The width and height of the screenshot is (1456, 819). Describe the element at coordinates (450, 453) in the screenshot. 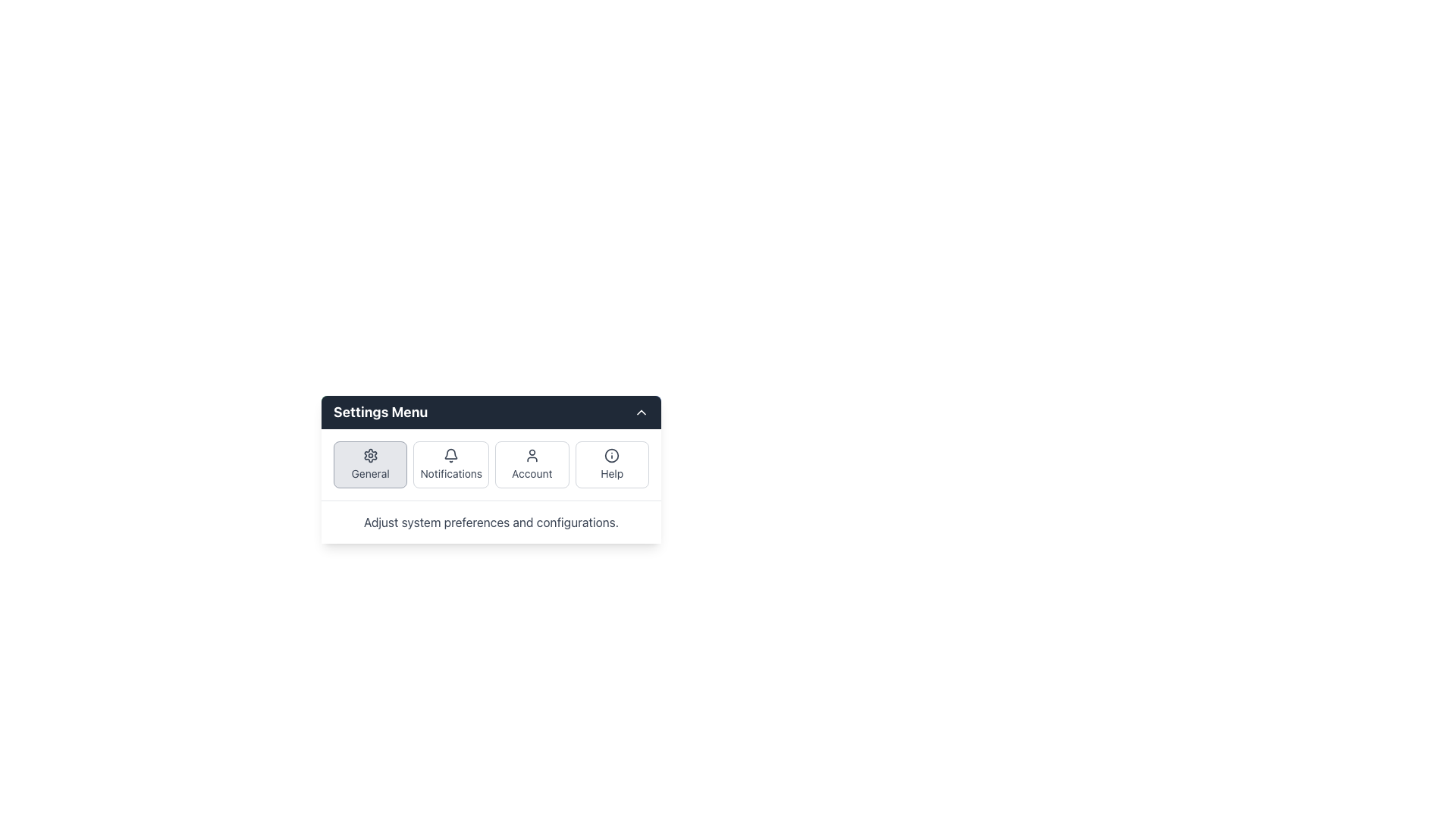

I see `the notification icon located in the Notifications section of the Settings Menu, which is the second icon from the left, directly above the 'Notifications' label` at that location.